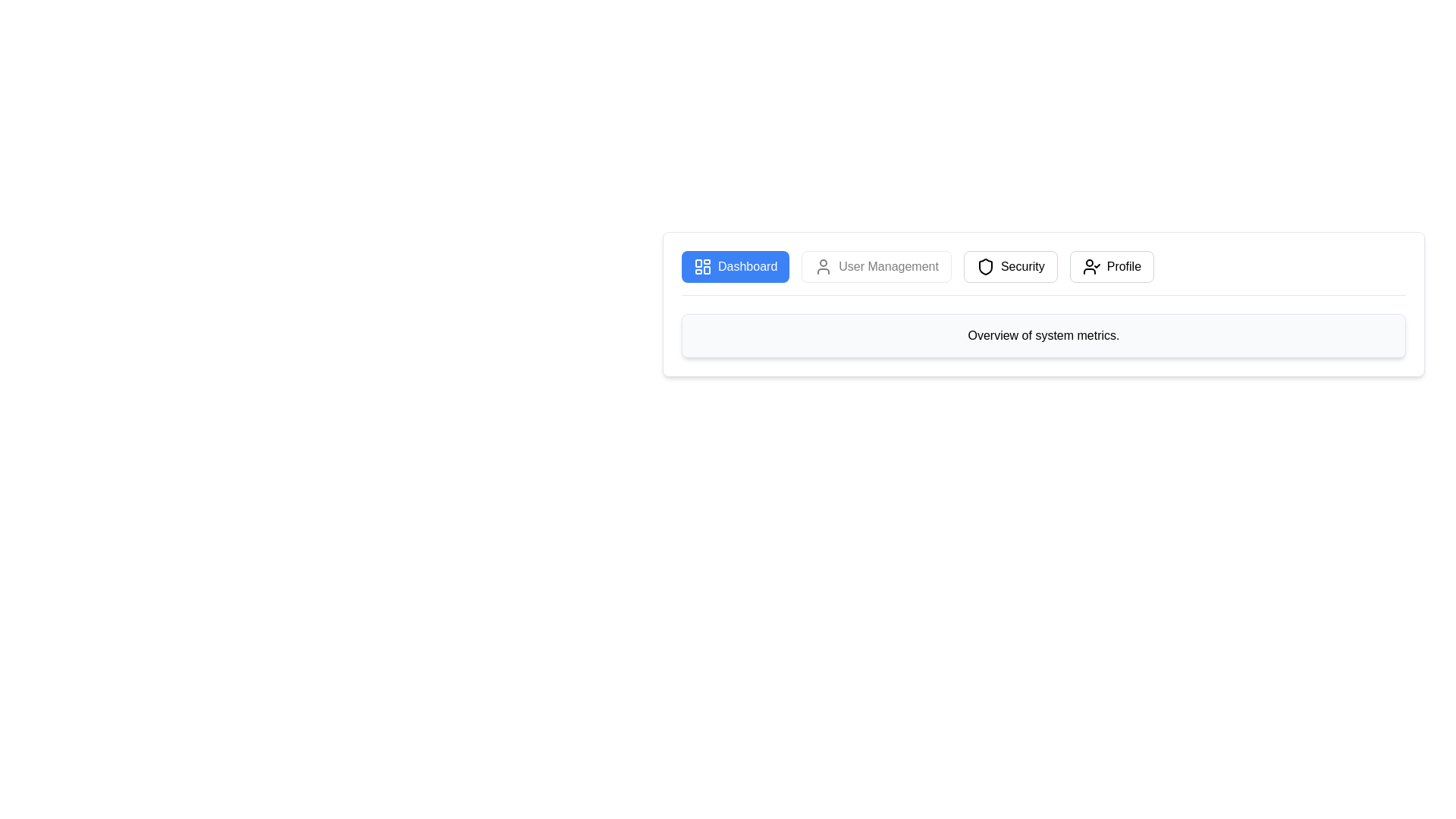 This screenshot has height=819, width=1456. I want to click on the user icon, which is the leftmost icon in the 'User Management' button of the navigation menu, so click(823, 265).